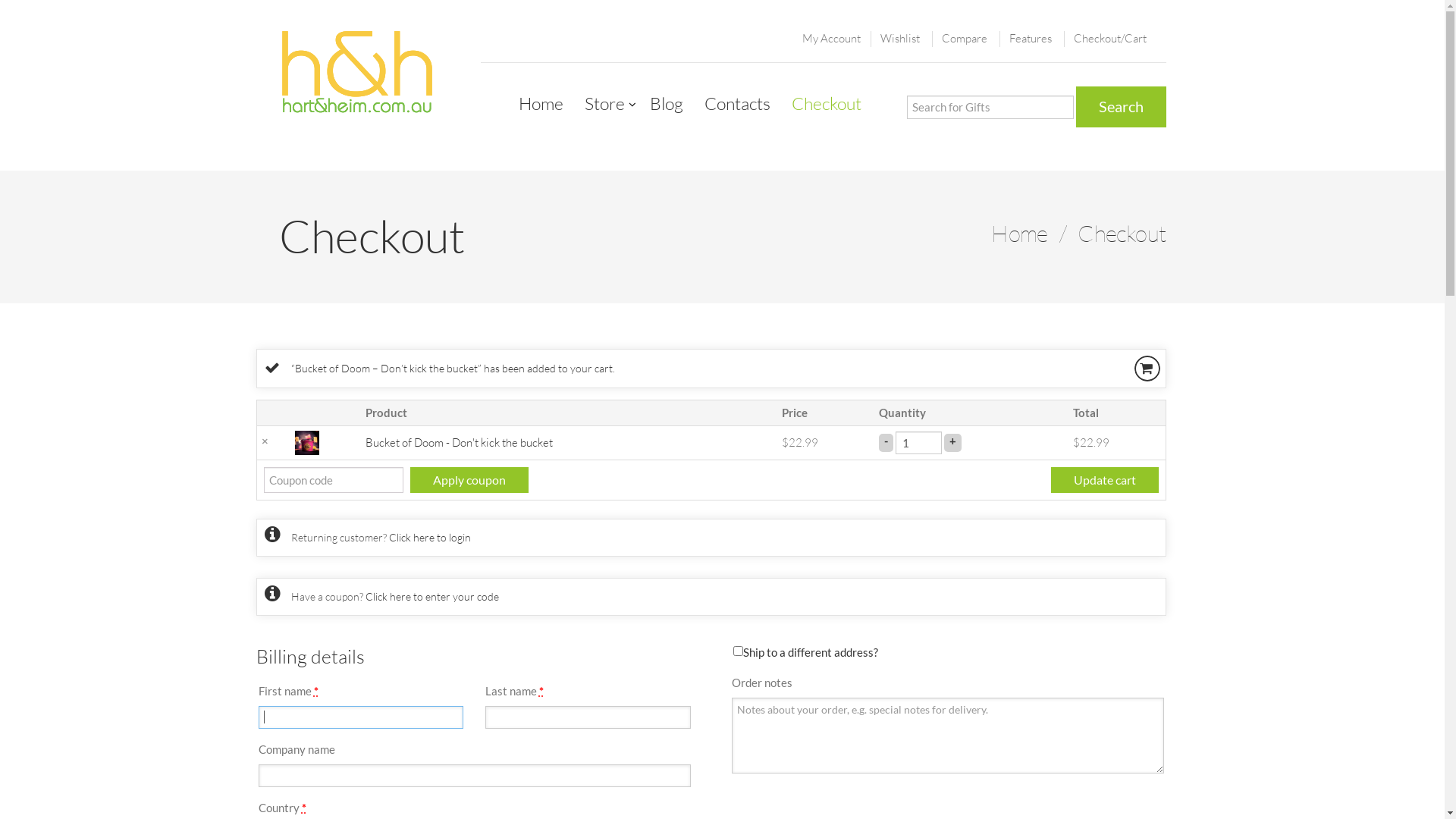 The image size is (1456, 819). What do you see at coordinates (1050, 479) in the screenshot?
I see `'Update cart'` at bounding box center [1050, 479].